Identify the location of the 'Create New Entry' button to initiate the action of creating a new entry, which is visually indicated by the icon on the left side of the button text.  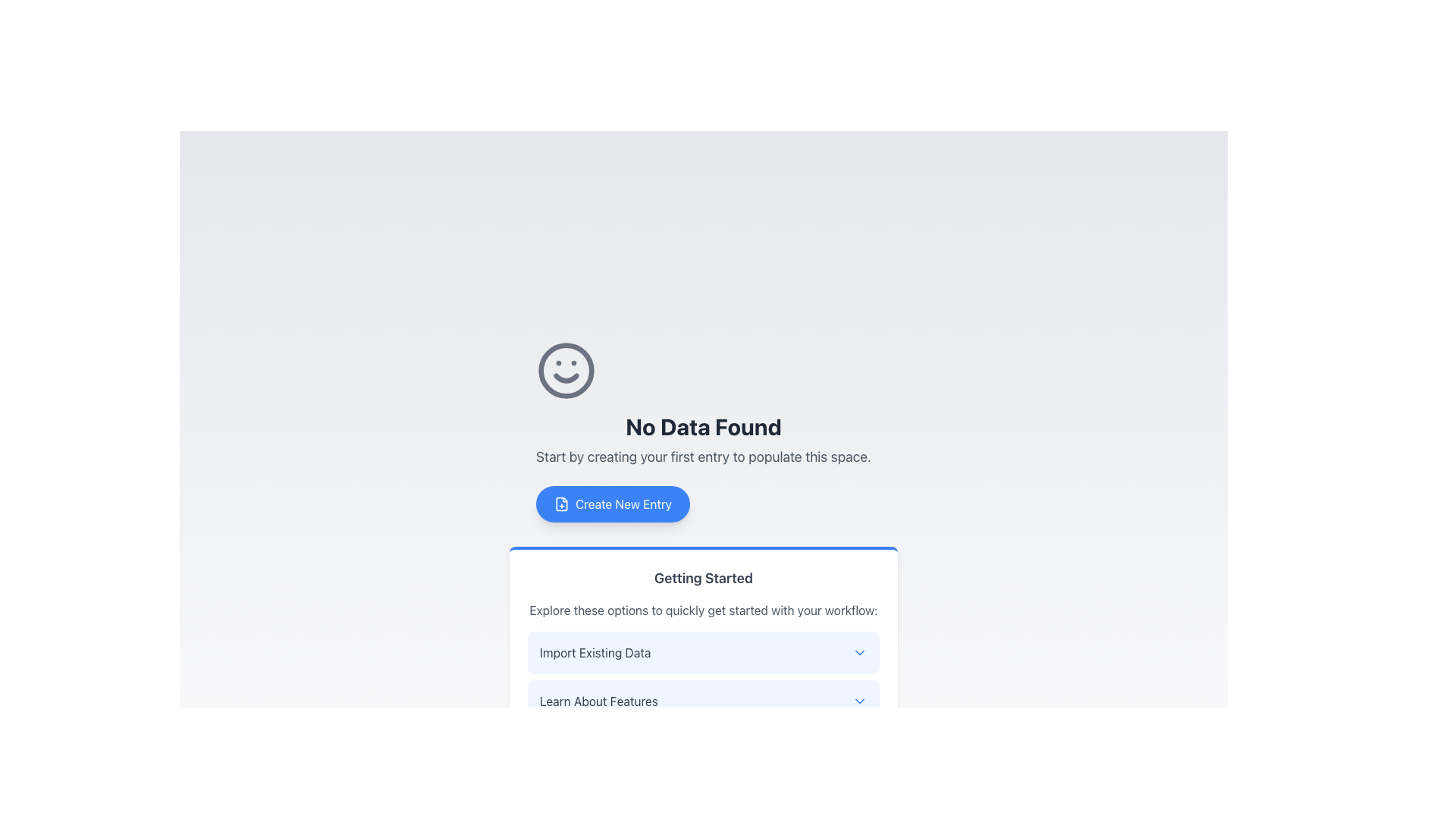
(561, 504).